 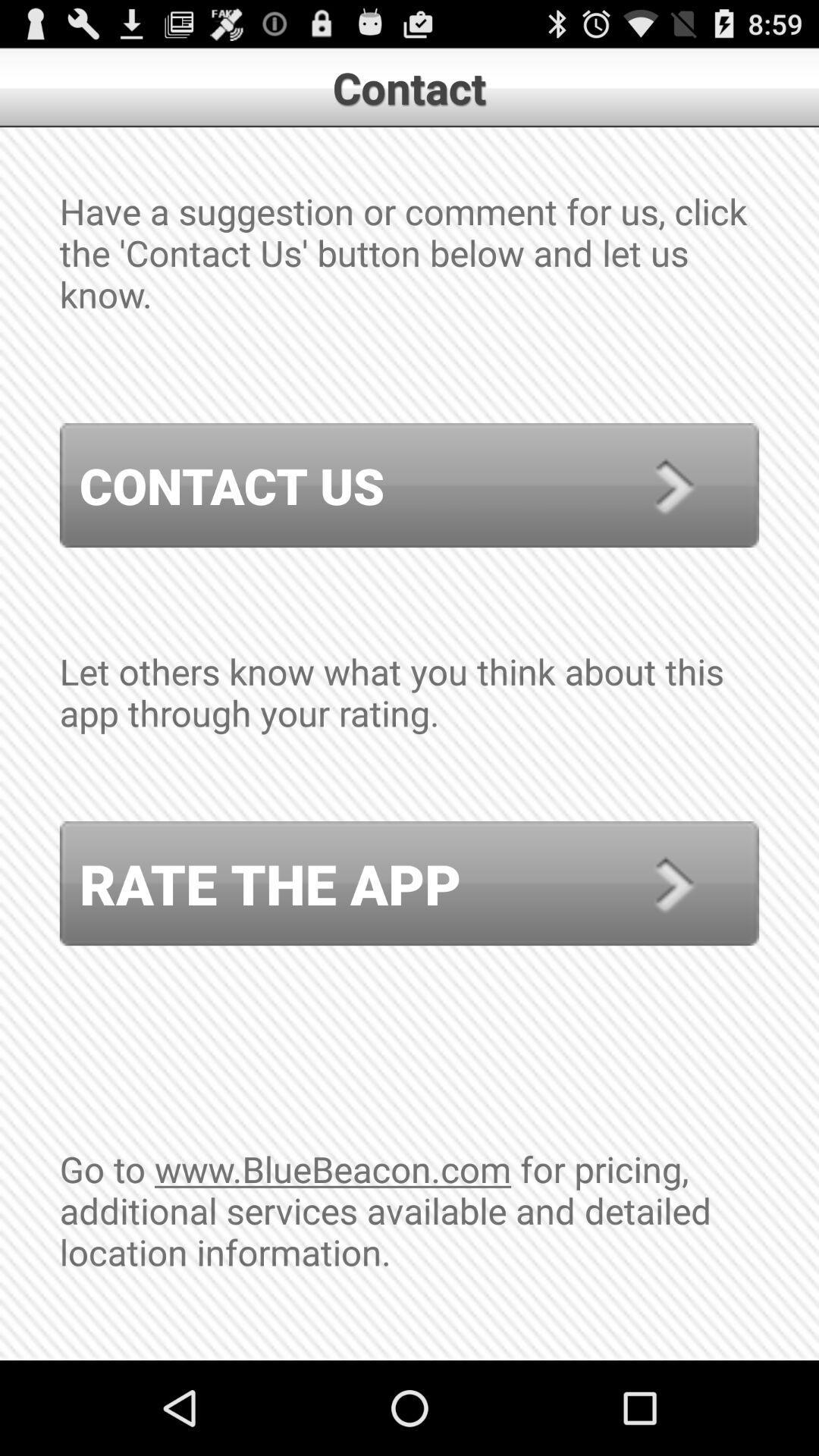 I want to click on the go to www item, so click(x=409, y=1252).